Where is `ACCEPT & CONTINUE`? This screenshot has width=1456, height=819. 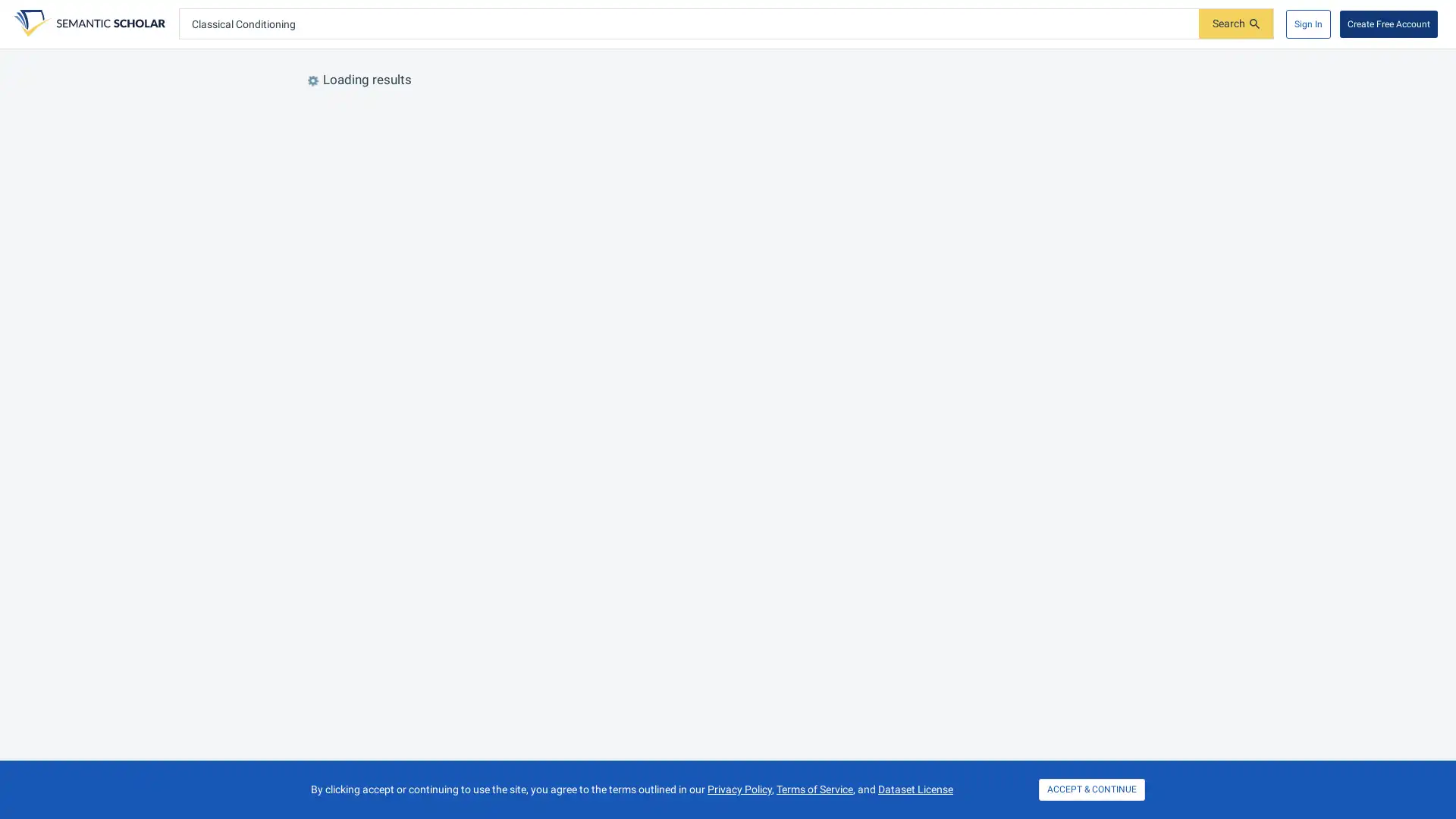 ACCEPT & CONTINUE is located at coordinates (1092, 789).